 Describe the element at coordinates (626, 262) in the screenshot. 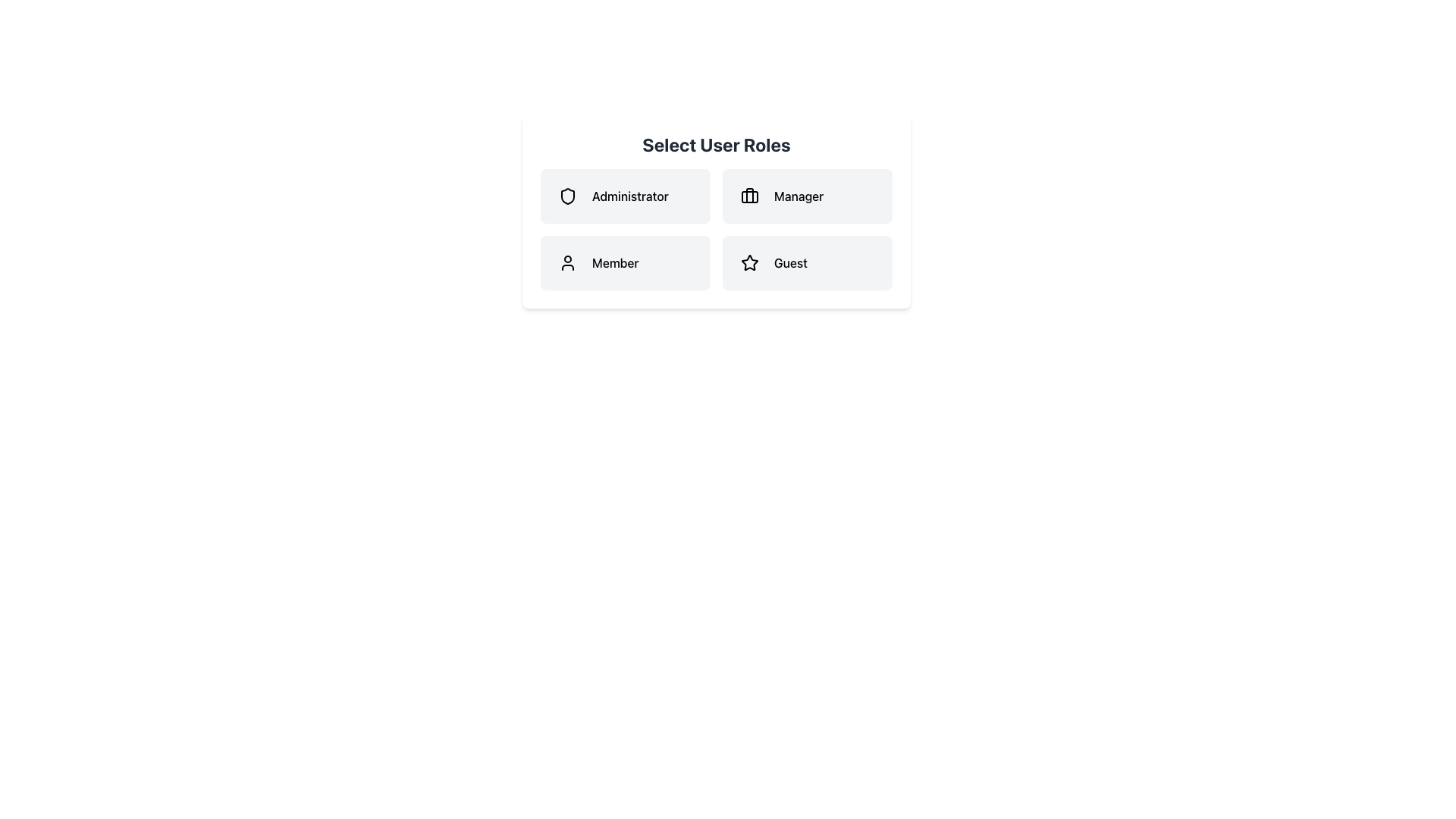

I see `the 'Member' role selection button using keyboard navigation` at that location.